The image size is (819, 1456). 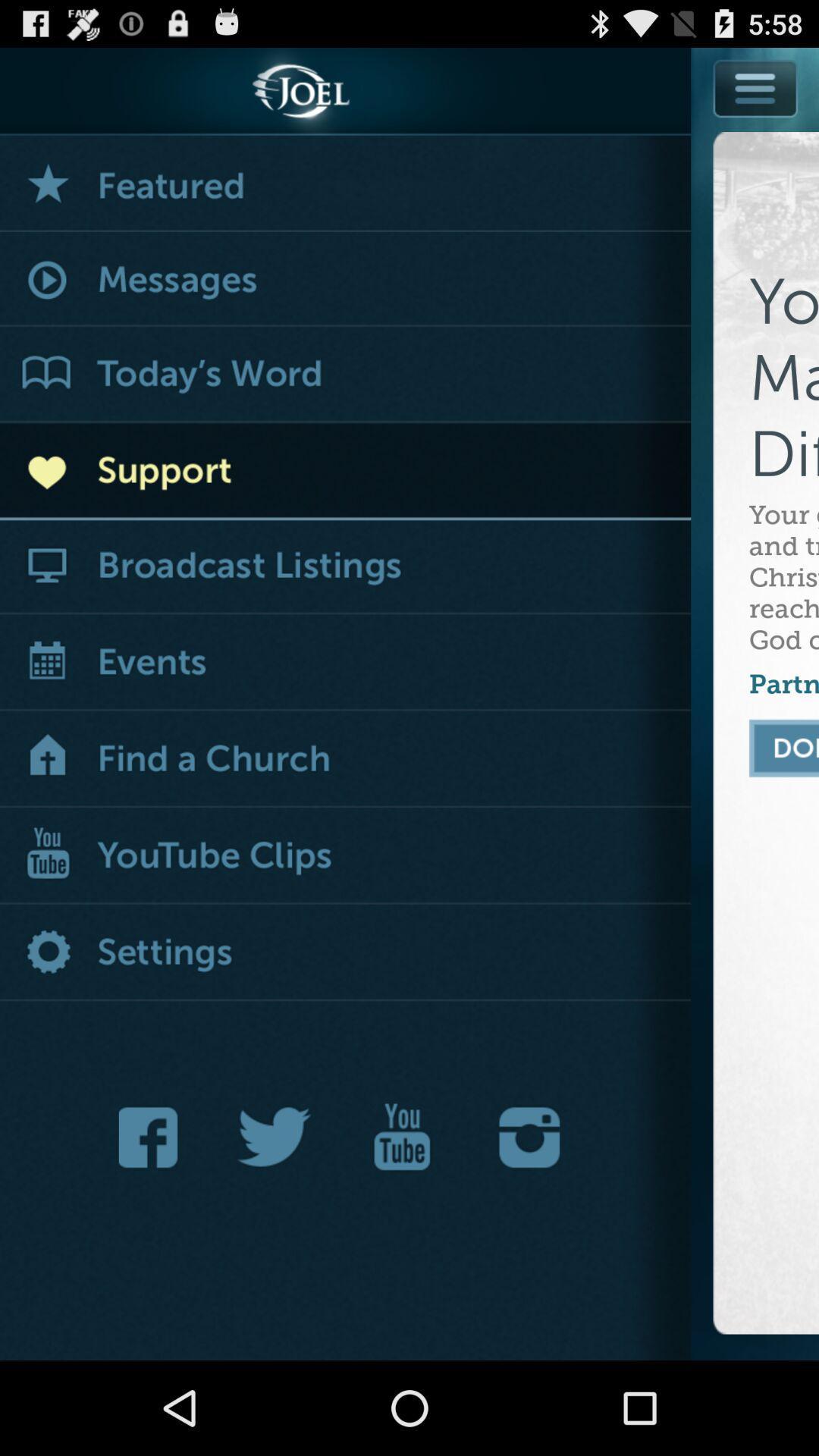 I want to click on find a church, so click(x=345, y=760).